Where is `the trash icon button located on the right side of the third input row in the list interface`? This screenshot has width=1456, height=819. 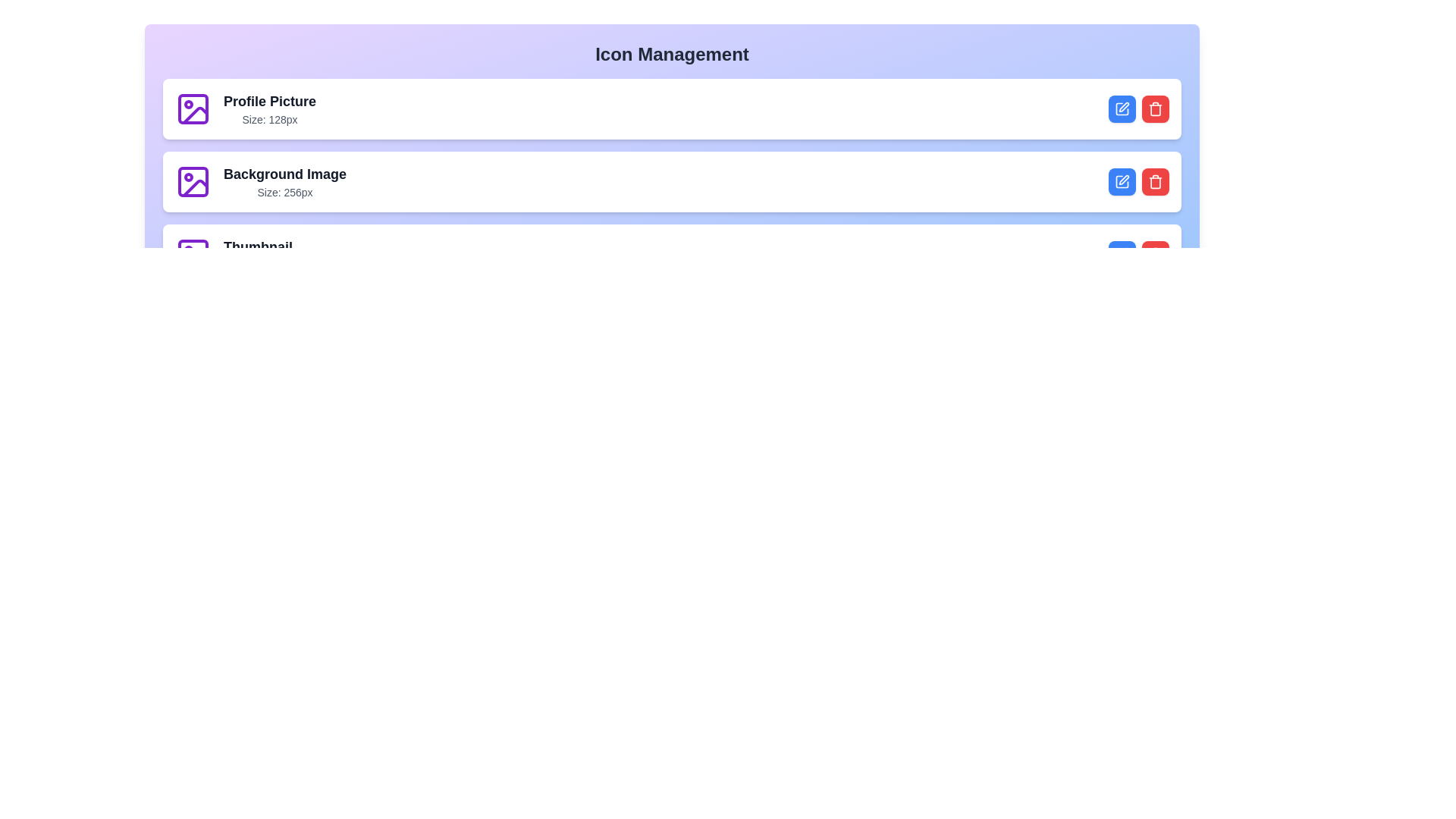 the trash icon button located on the right side of the third input row in the list interface is located at coordinates (1154, 253).